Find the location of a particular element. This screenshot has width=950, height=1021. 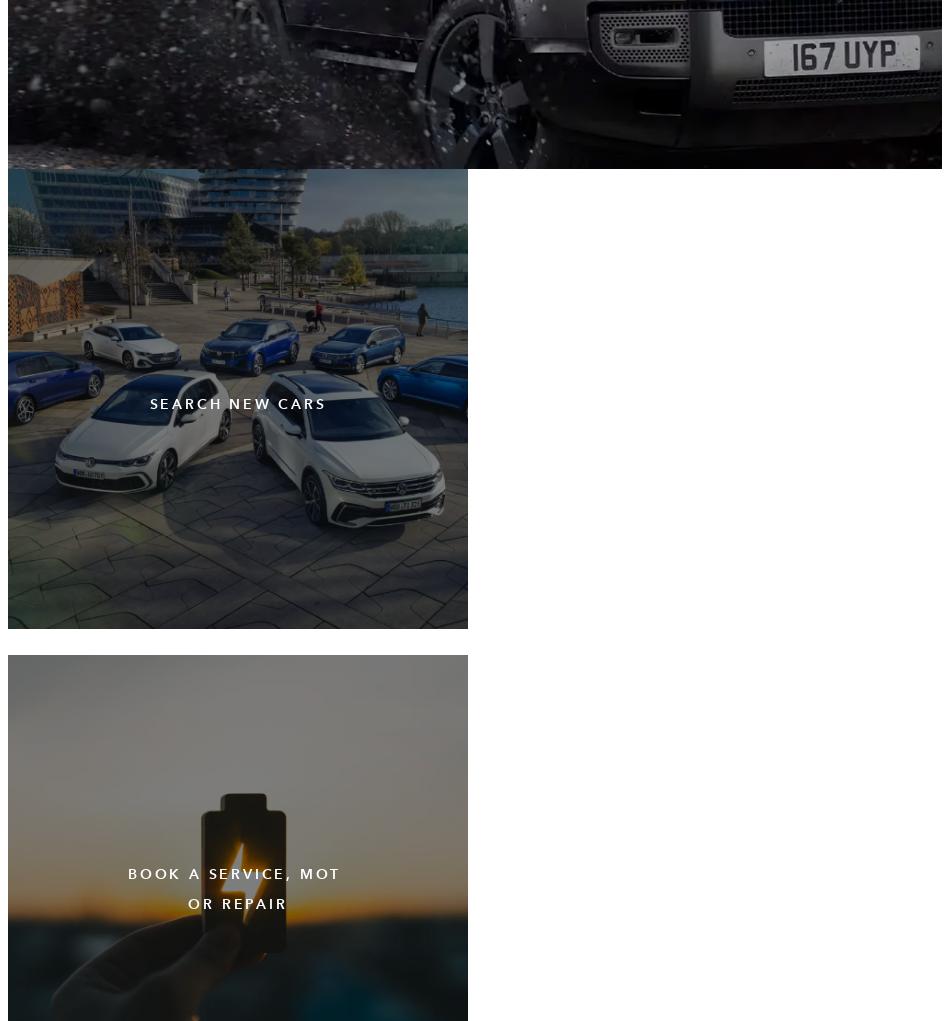

'Cookie Statement' is located at coordinates (72, 42).